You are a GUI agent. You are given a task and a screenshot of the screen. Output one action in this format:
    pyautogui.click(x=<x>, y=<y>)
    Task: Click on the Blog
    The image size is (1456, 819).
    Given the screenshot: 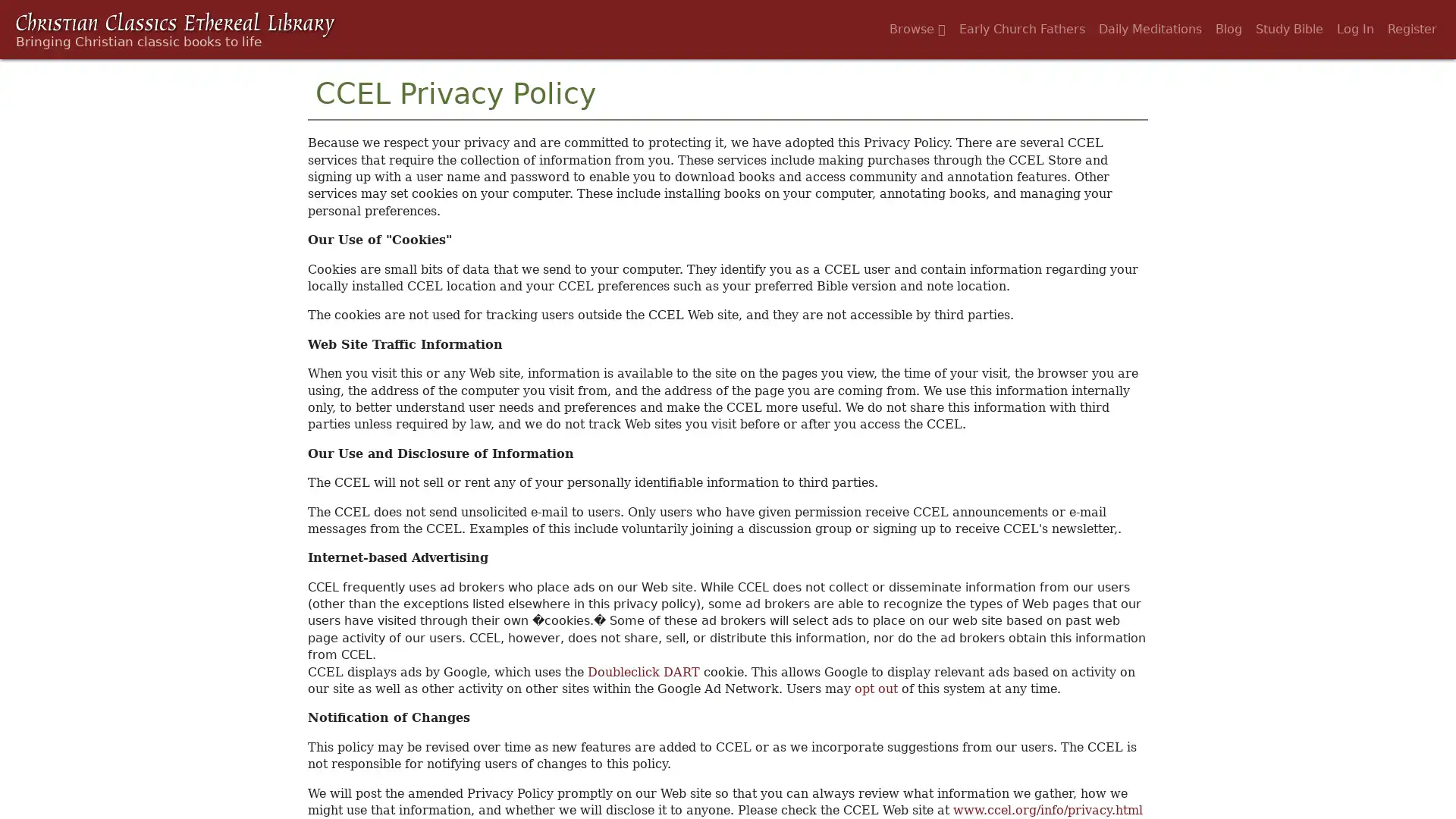 What is the action you would take?
    pyautogui.click(x=1228, y=29)
    